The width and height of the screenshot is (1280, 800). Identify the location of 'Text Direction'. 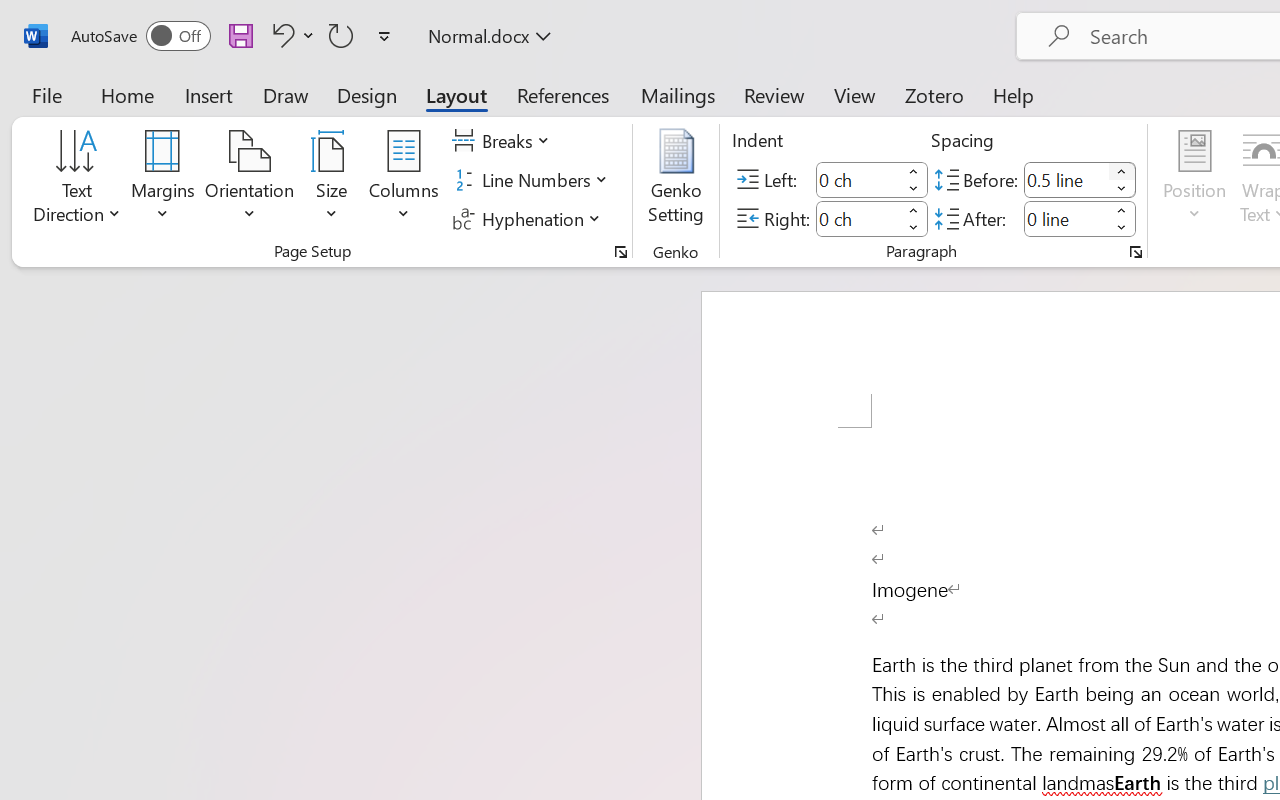
(77, 179).